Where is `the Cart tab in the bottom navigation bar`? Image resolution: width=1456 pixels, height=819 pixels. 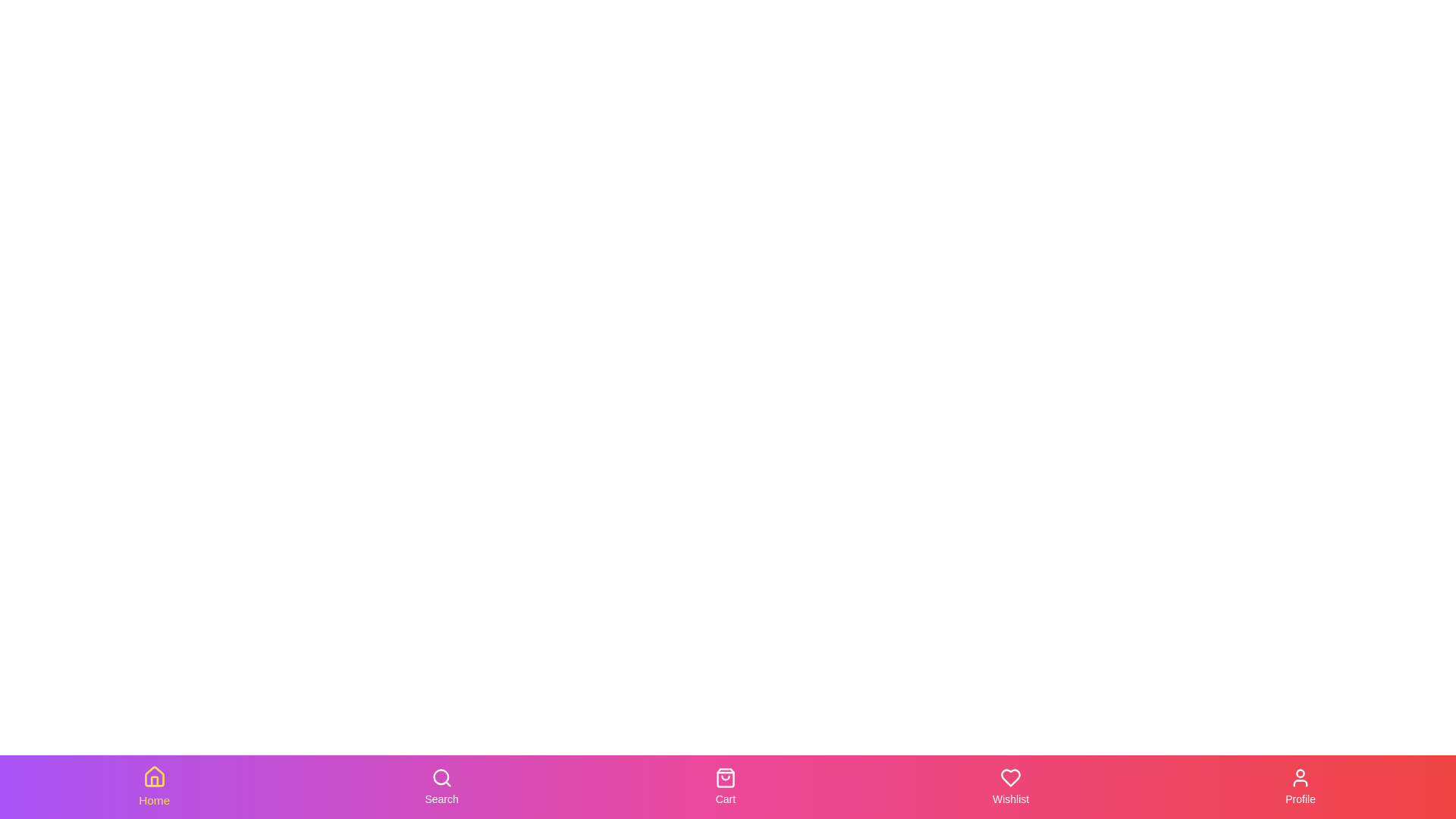 the Cart tab in the bottom navigation bar is located at coordinates (723, 786).